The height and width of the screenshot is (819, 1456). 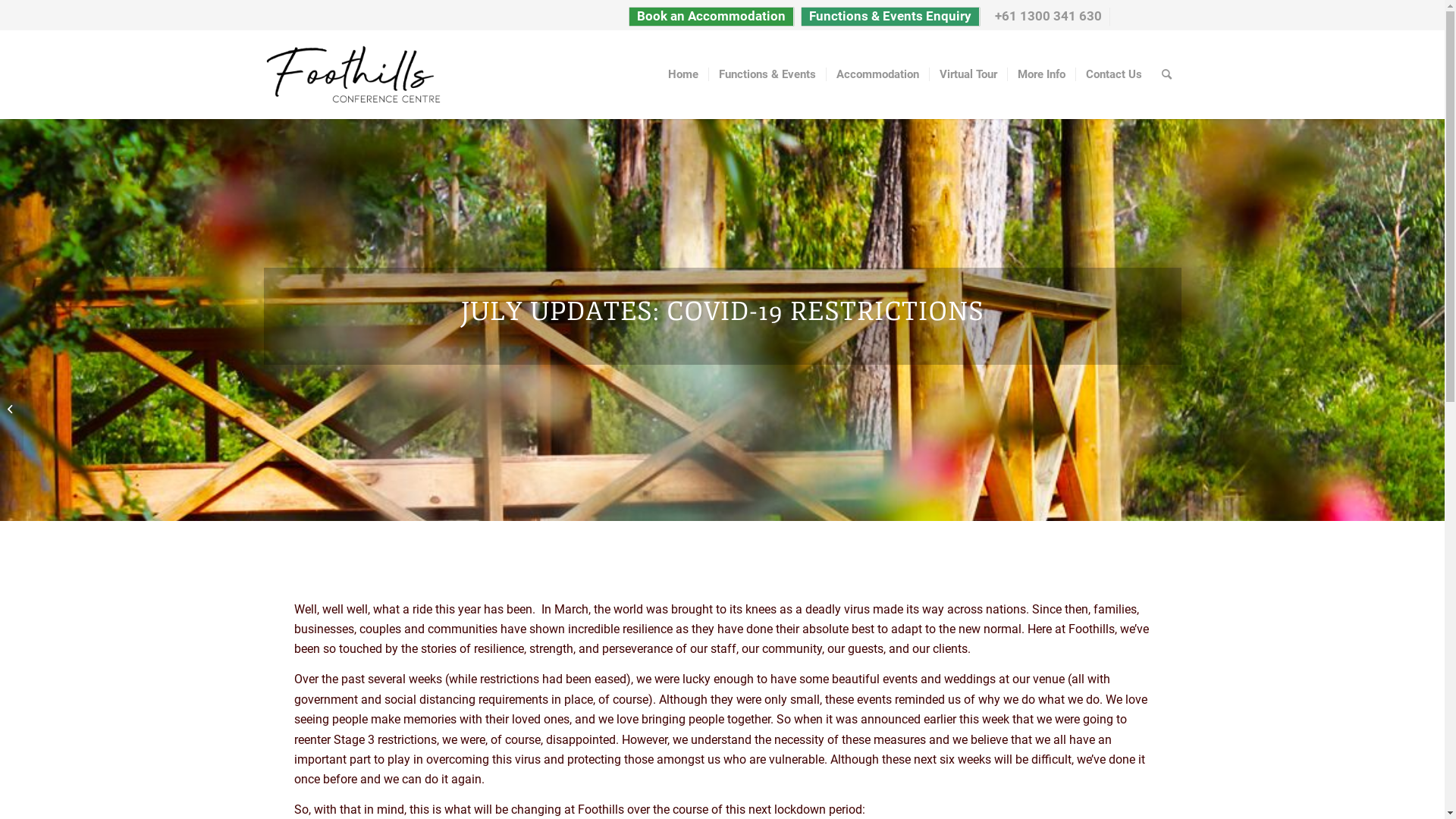 I want to click on 'Book an Accommodation', so click(x=710, y=17).